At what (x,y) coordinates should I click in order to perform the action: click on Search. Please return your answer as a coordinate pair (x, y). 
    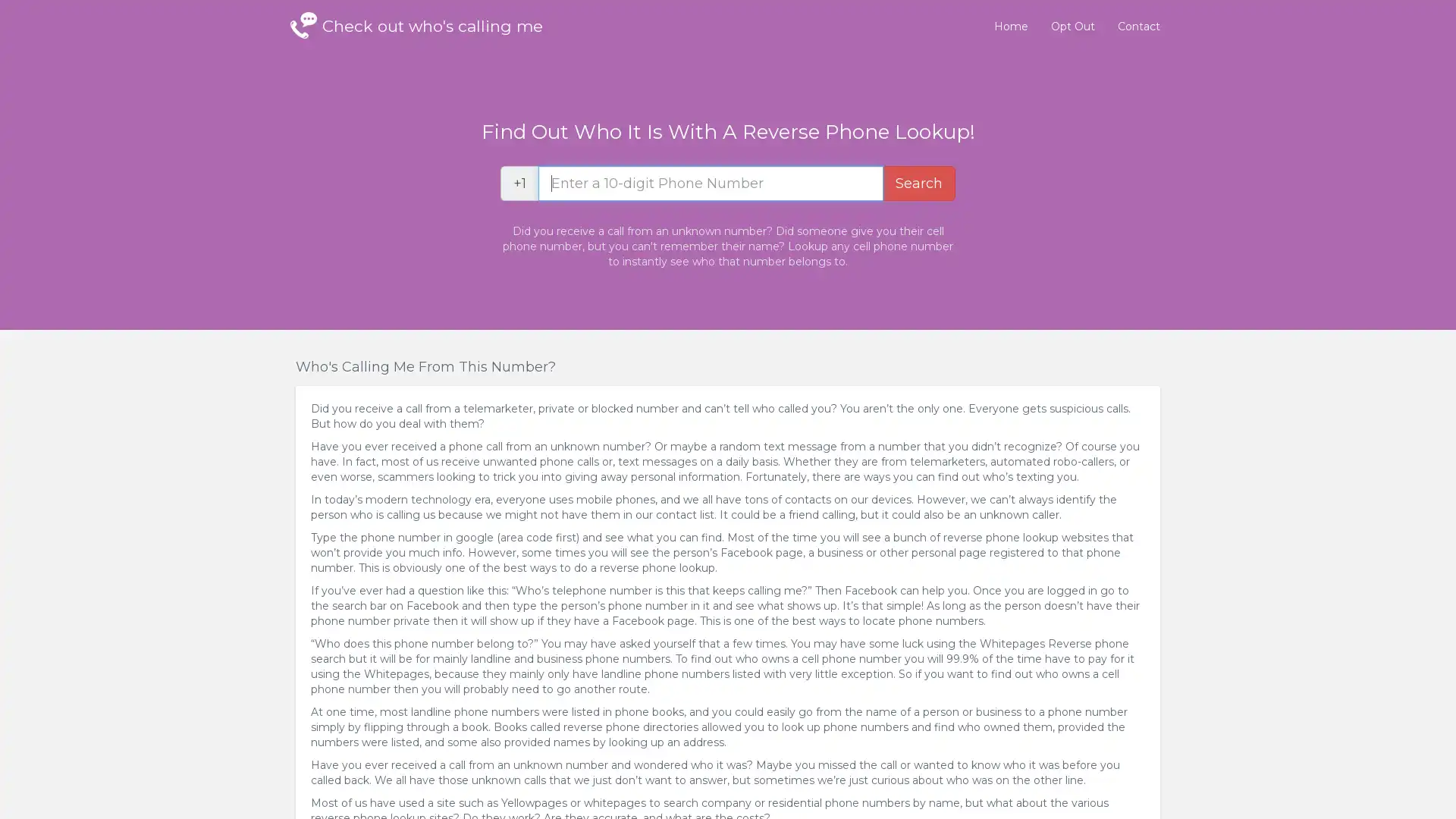
    Looking at the image, I should click on (918, 181).